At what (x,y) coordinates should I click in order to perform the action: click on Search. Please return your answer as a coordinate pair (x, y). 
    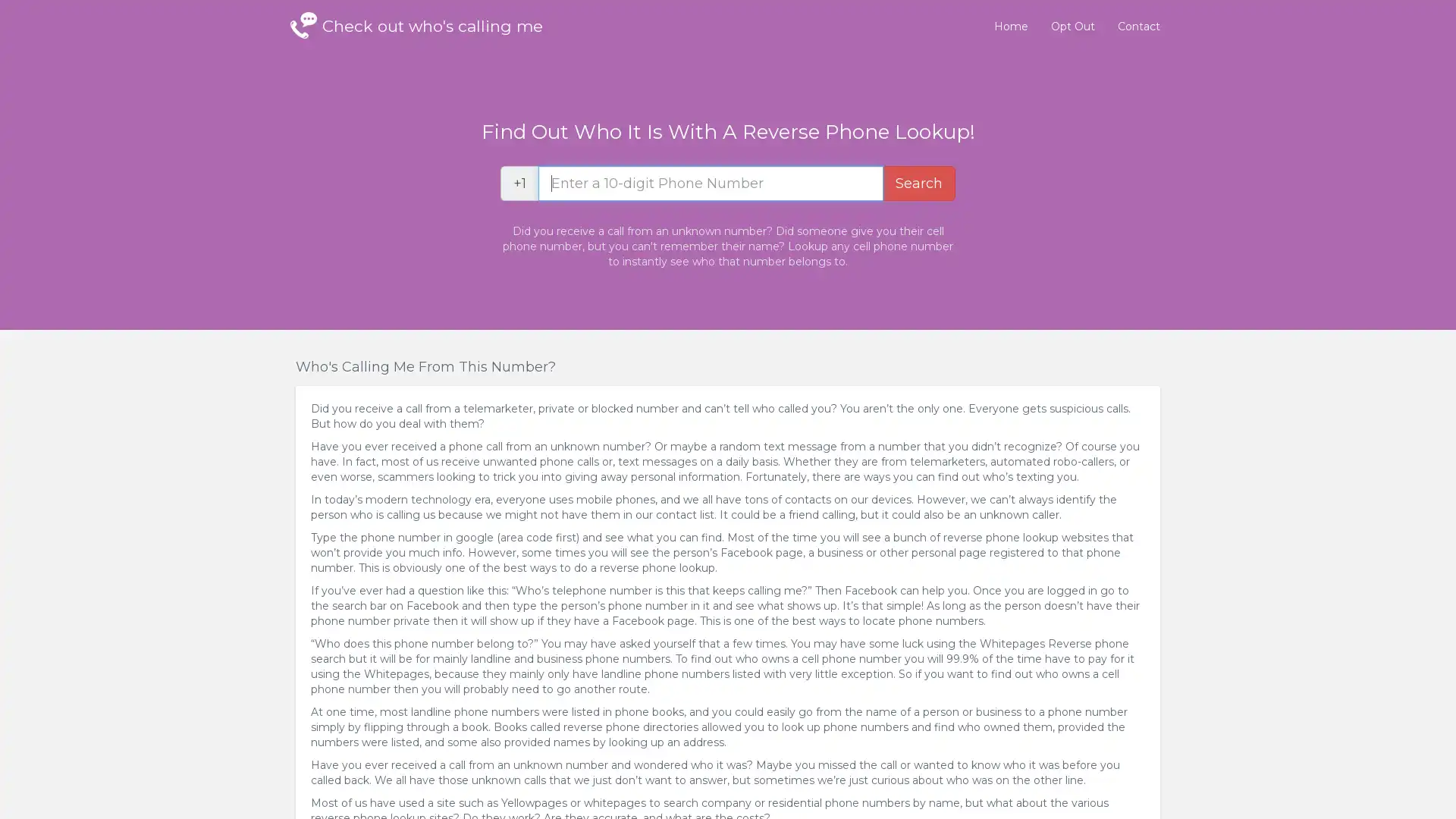
    Looking at the image, I should click on (918, 181).